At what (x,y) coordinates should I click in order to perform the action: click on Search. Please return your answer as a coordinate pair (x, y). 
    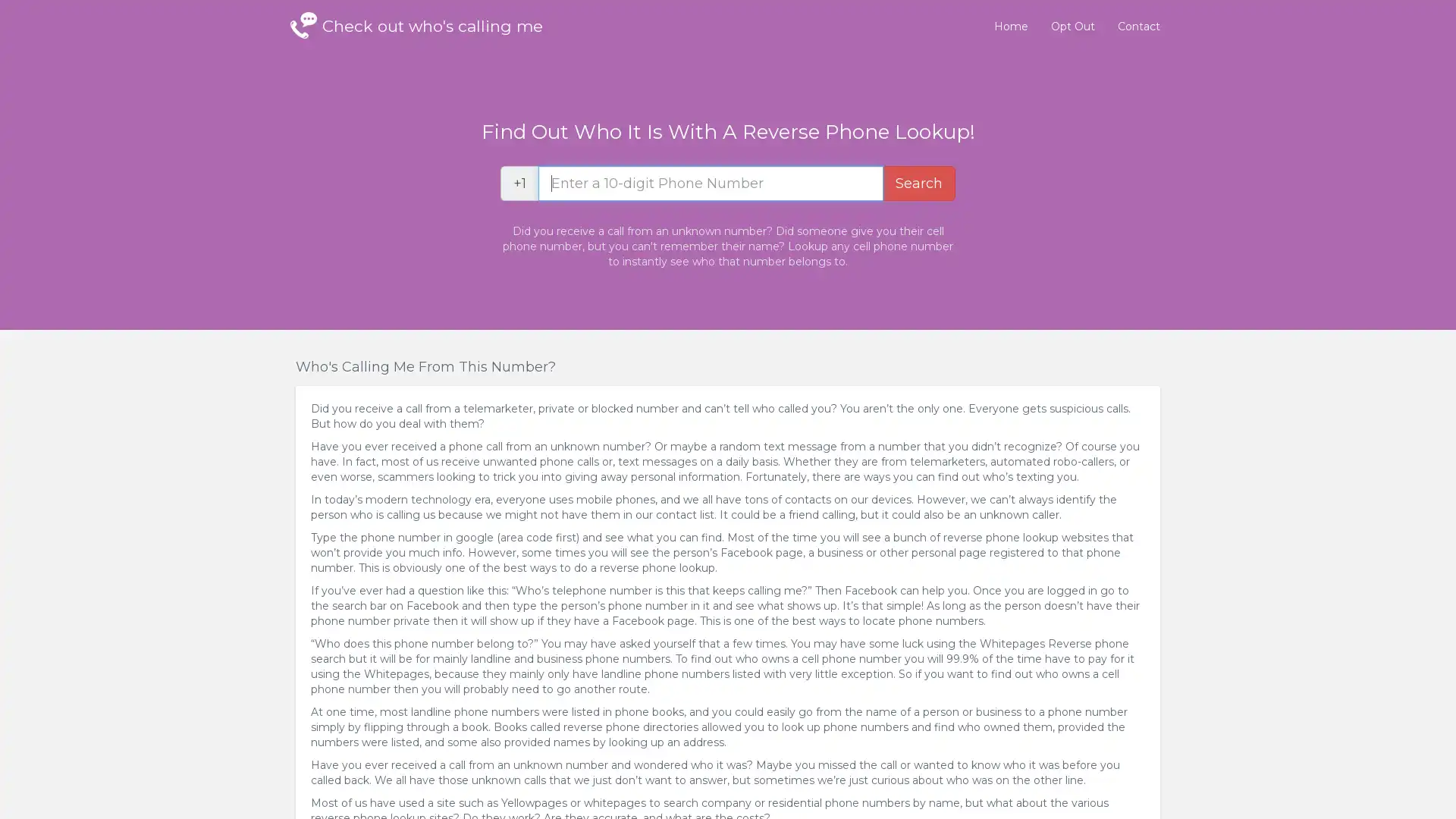
    Looking at the image, I should click on (918, 181).